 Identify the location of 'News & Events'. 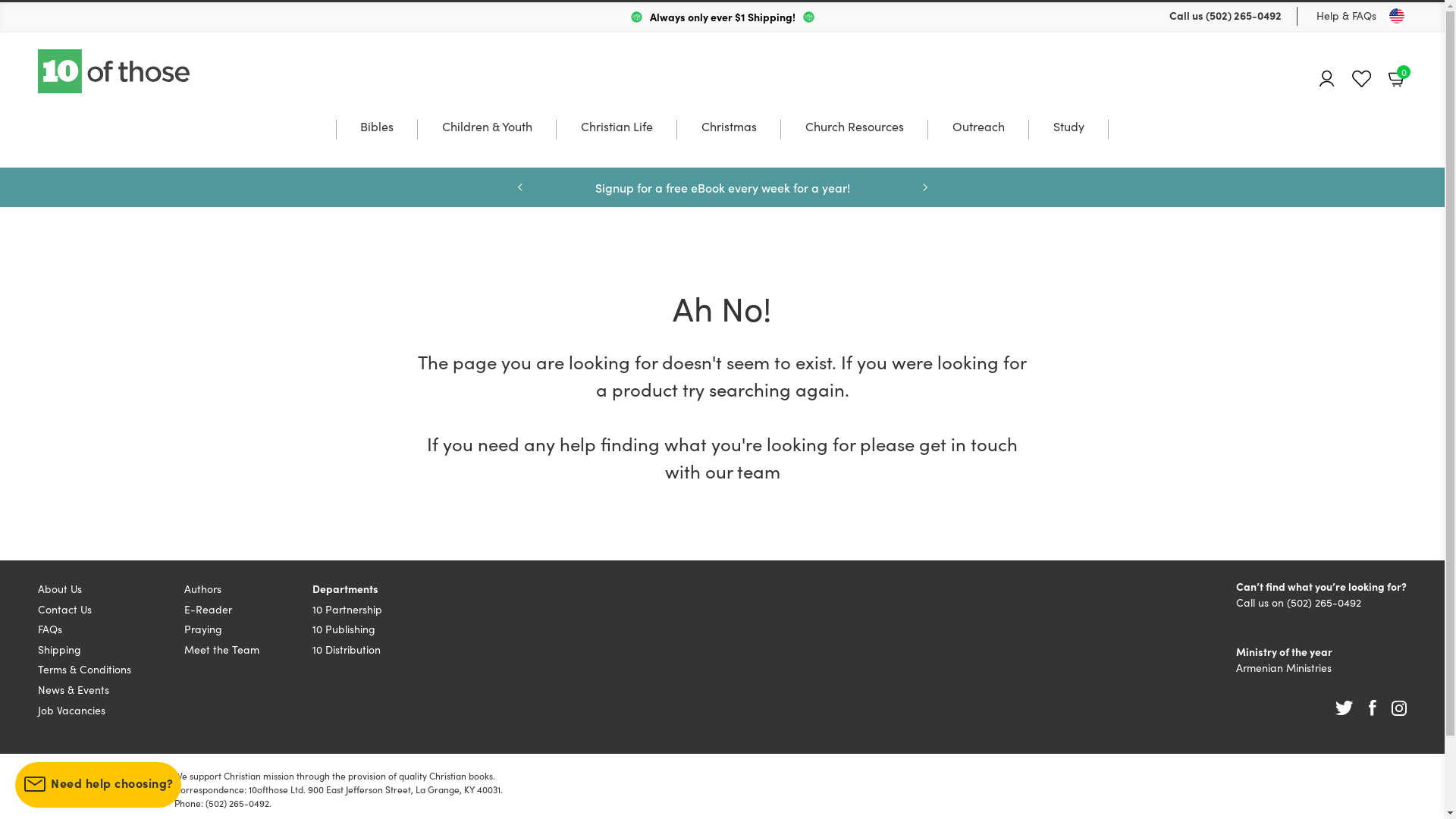
(72, 689).